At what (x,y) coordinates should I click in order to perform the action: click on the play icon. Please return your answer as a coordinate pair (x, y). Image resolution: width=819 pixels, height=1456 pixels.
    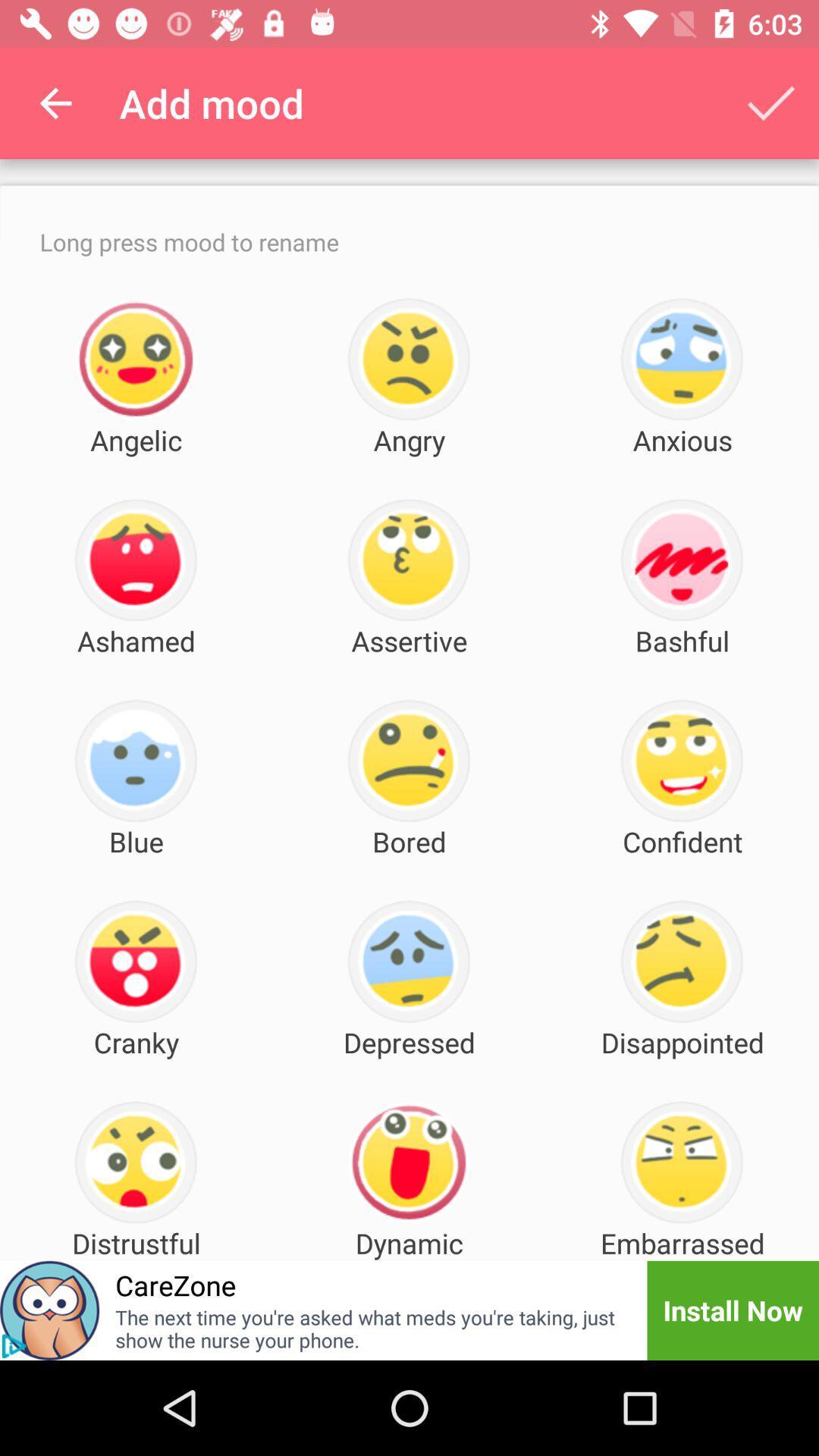
    Looking at the image, I should click on (14, 1346).